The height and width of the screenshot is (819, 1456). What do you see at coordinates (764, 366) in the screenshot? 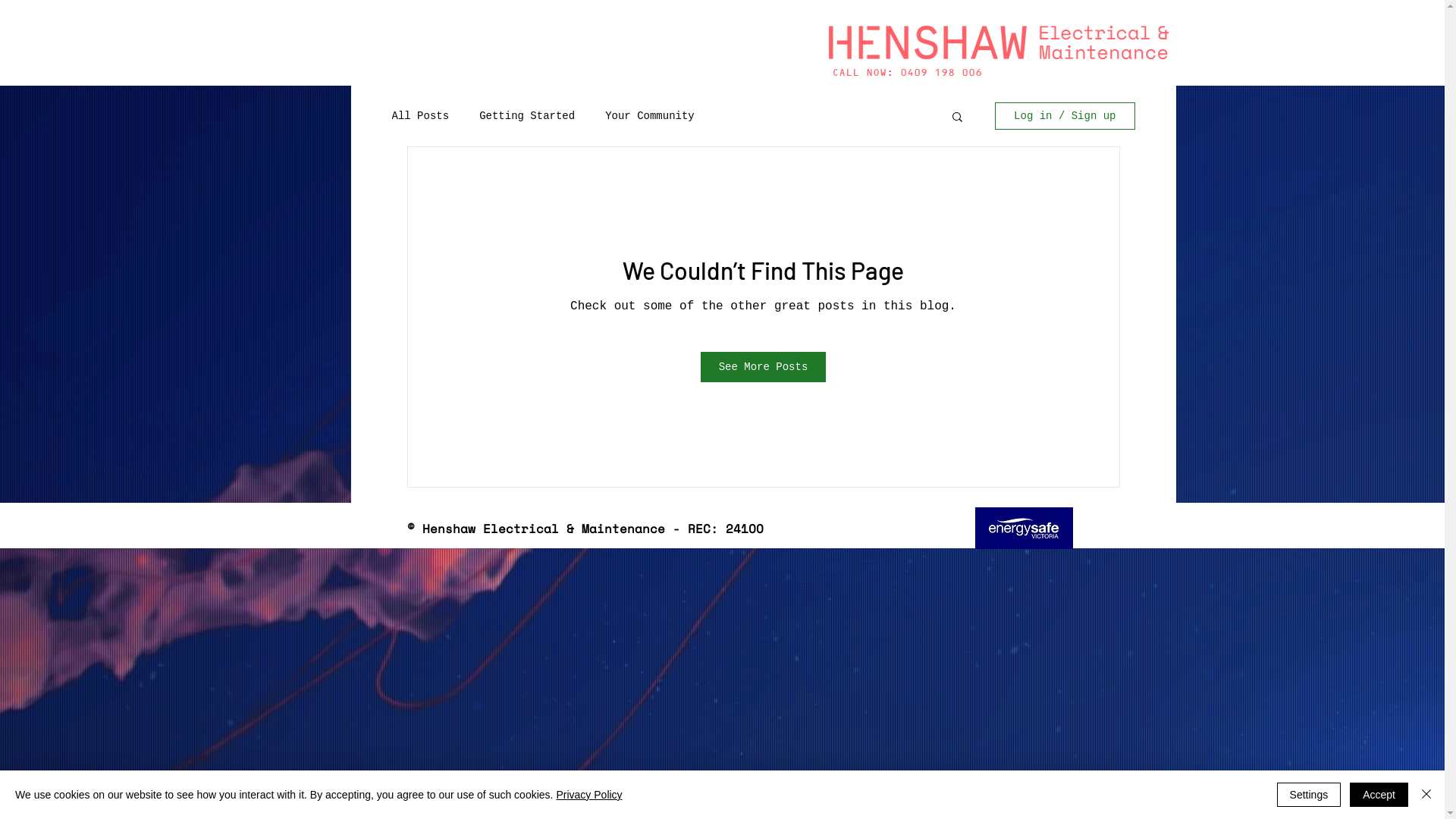
I see `'See More Posts'` at bounding box center [764, 366].